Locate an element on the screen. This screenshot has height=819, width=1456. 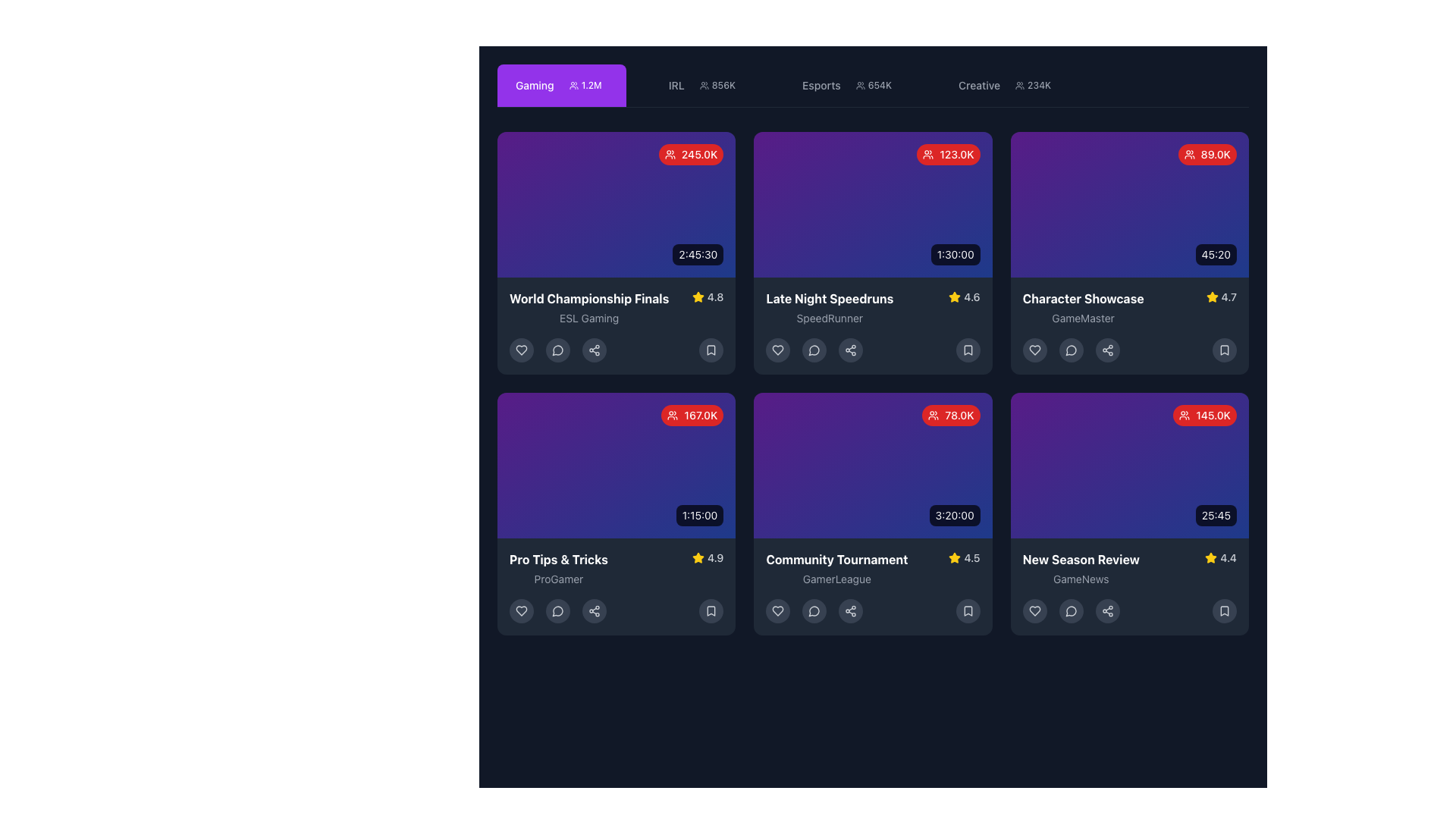
the interactive icon located in the bottom section of the 'Pro Tips & Tricks' card is located at coordinates (557, 610).